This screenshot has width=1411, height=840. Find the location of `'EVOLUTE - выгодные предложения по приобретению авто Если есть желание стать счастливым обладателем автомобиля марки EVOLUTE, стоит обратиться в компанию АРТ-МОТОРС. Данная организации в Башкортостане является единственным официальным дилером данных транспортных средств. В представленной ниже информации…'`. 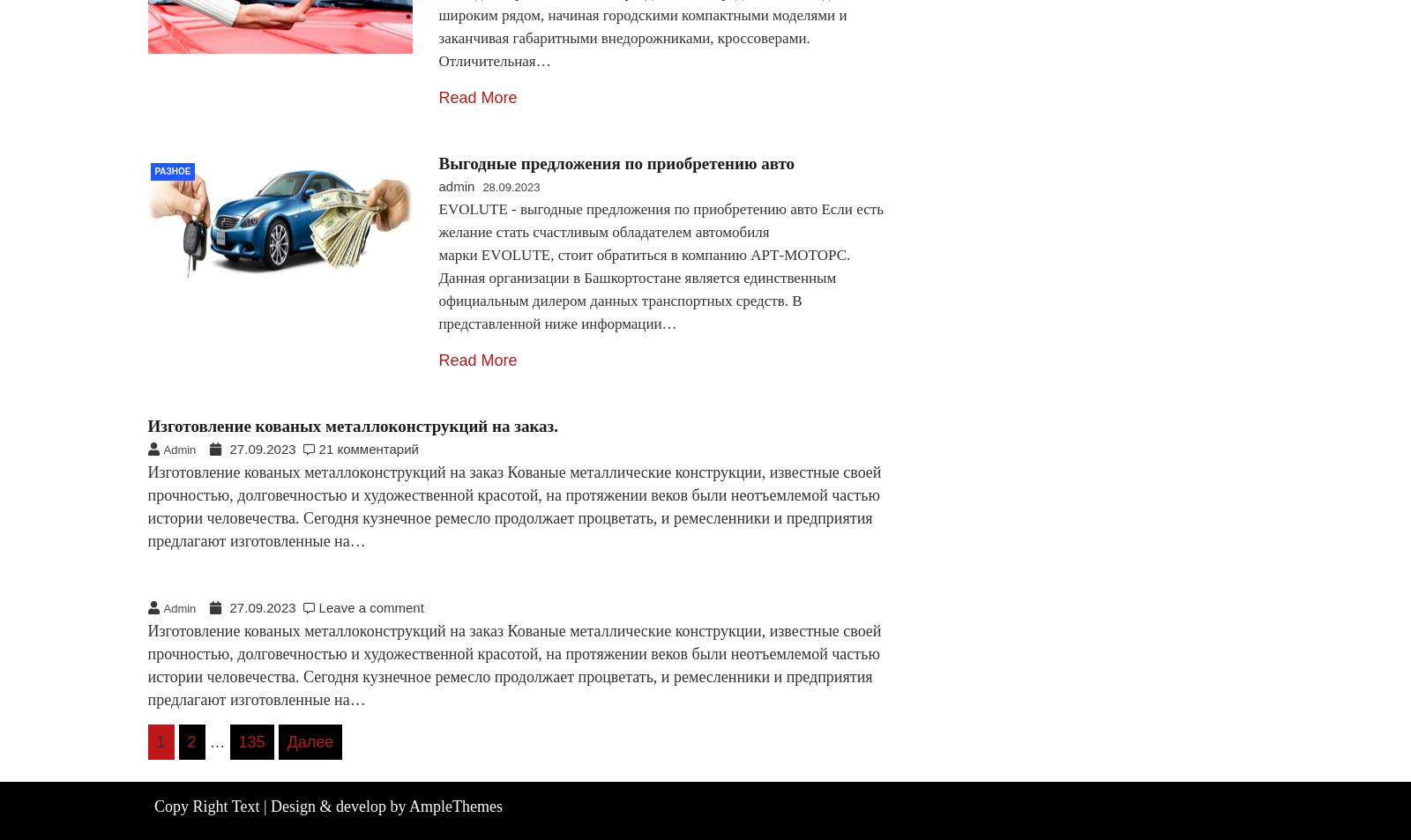

'EVOLUTE - выгодные предложения по приобретению авто Если есть желание стать счастливым обладателем автомобиля марки EVOLUTE, стоит обратиться в компанию АРТ-МОТОРС. Данная организации в Башкортостане является единственным официальным дилером данных транспортных средств. В представленной ниже информации…' is located at coordinates (660, 265).